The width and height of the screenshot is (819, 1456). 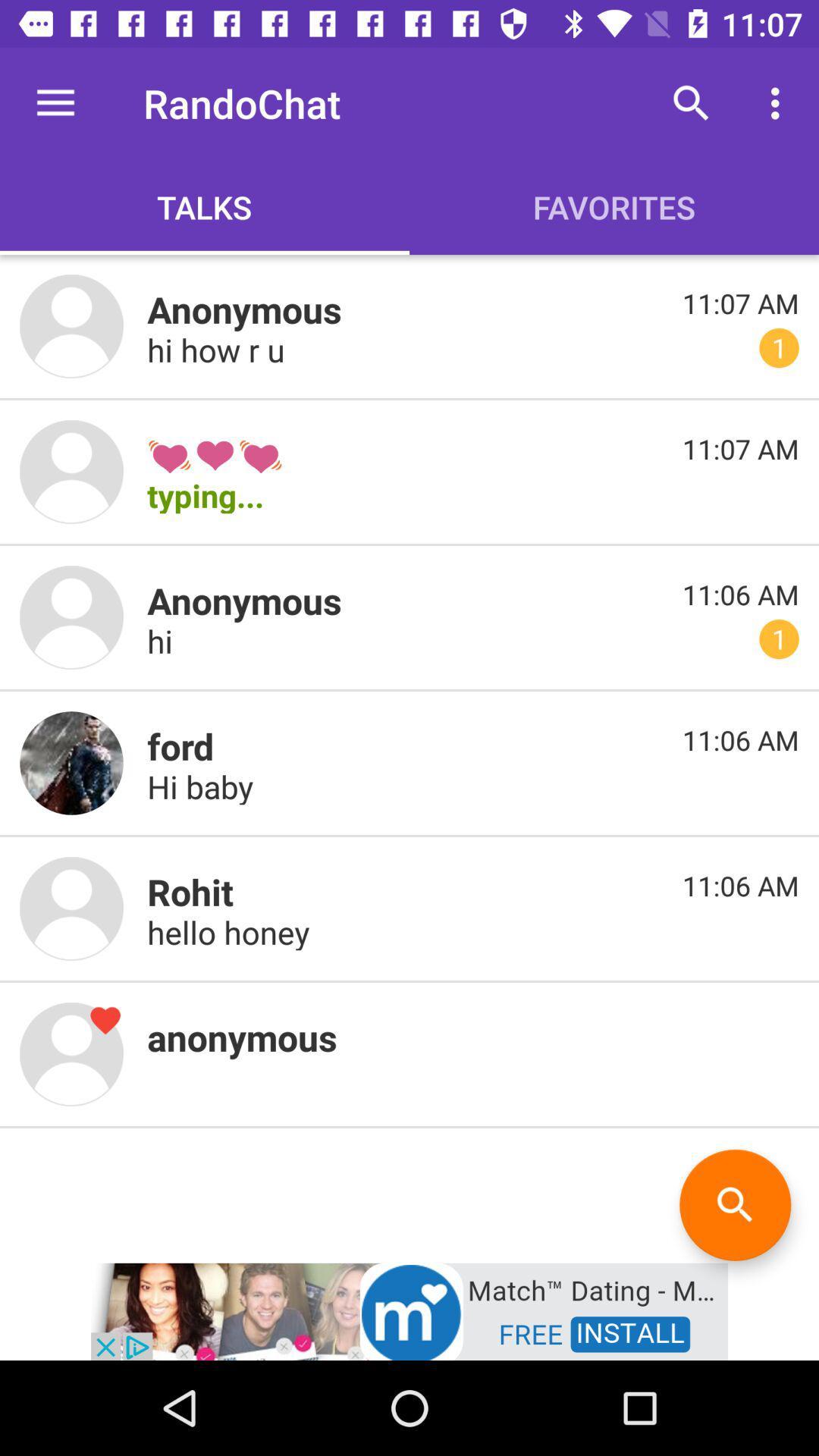 What do you see at coordinates (71, 763) in the screenshot?
I see `open message` at bounding box center [71, 763].